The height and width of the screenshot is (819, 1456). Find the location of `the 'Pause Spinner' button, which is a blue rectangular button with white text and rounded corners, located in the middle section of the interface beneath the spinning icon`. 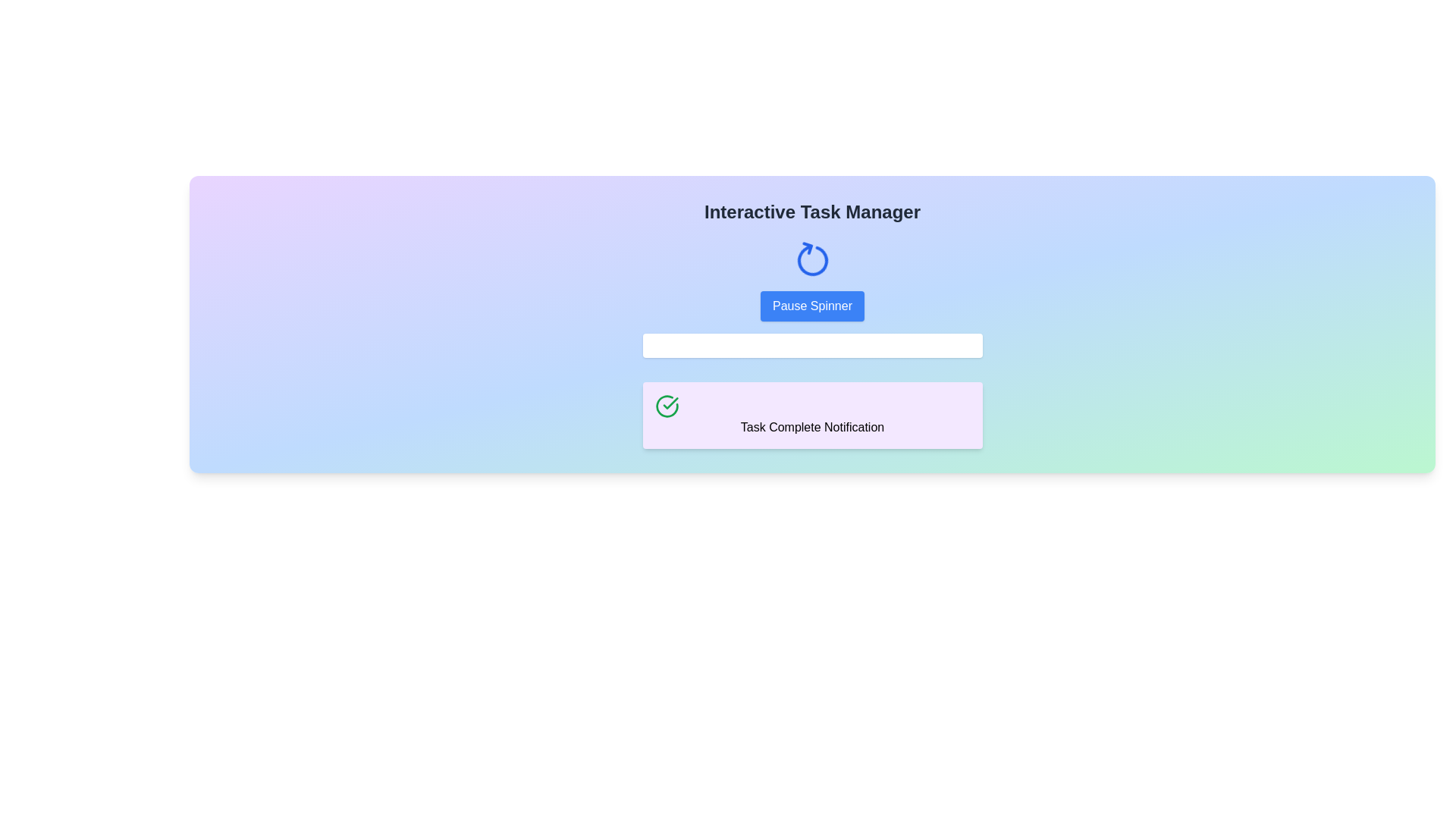

the 'Pause Spinner' button, which is a blue rectangular button with white text and rounded corners, located in the middle section of the interface beneath the spinning icon is located at coordinates (811, 306).